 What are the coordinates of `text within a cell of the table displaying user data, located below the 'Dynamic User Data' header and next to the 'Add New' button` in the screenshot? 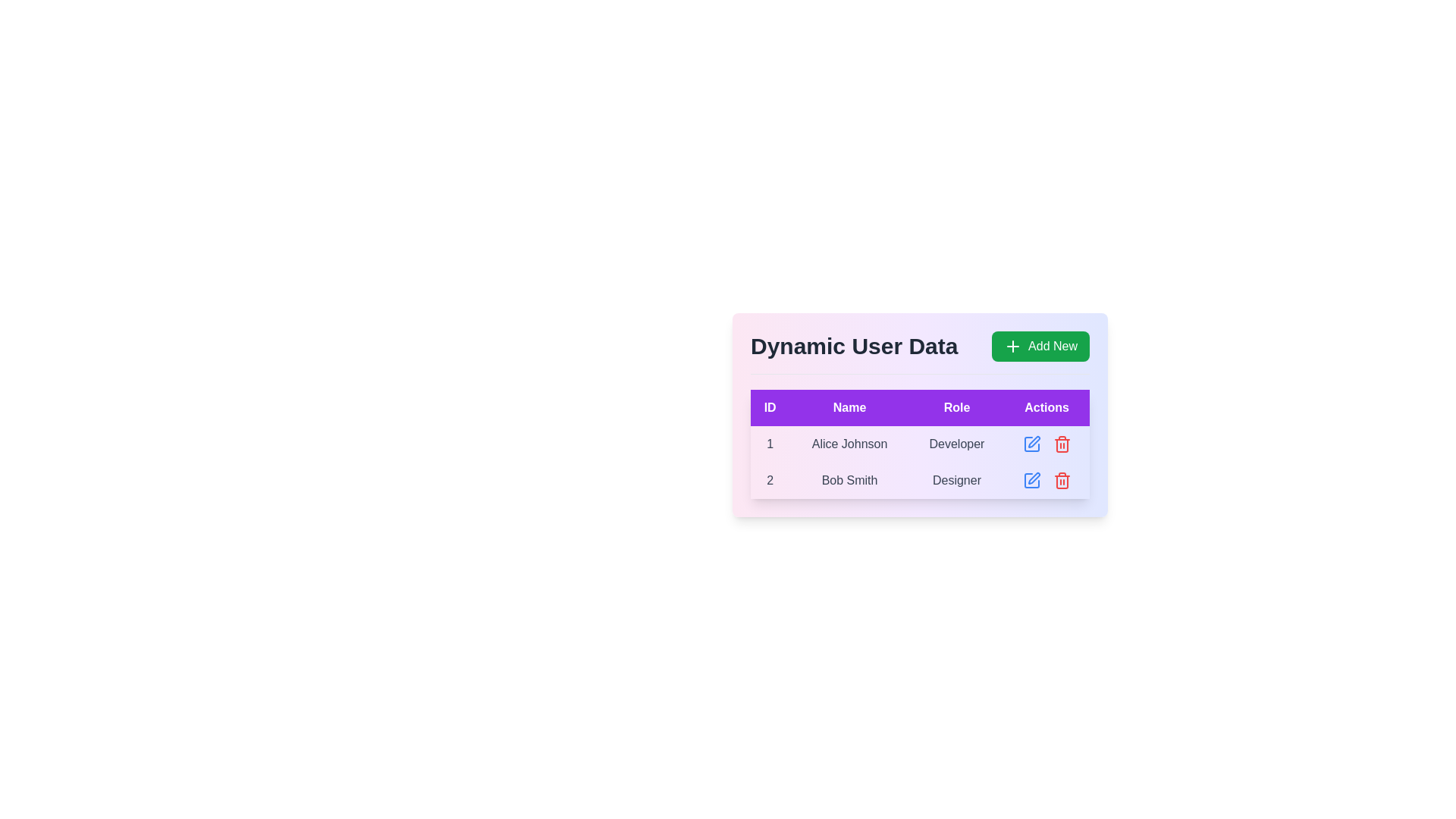 It's located at (919, 444).